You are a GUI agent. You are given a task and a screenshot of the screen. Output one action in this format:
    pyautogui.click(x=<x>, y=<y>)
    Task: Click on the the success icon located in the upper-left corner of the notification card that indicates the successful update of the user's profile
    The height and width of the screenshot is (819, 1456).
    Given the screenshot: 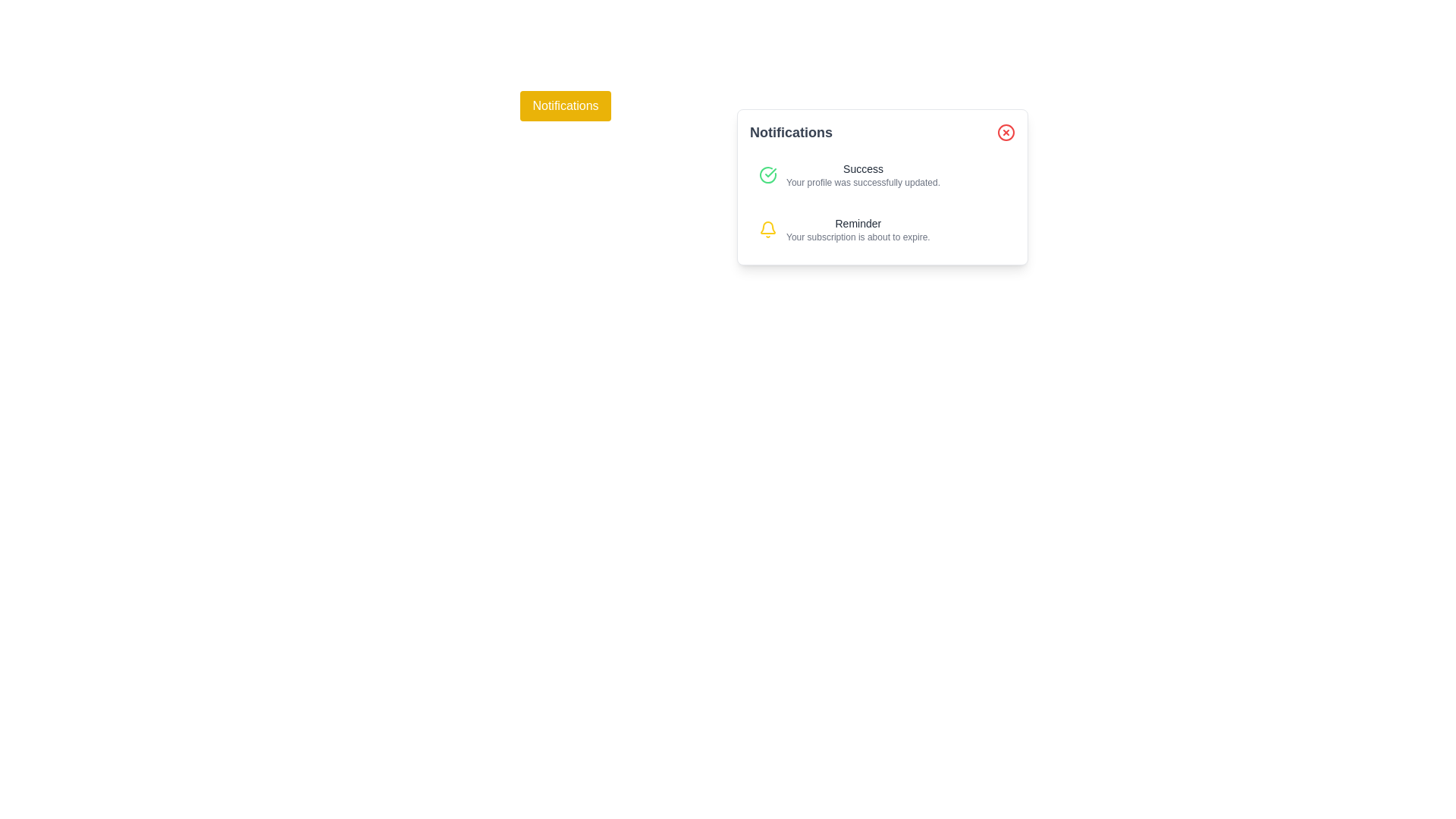 What is the action you would take?
    pyautogui.click(x=767, y=174)
    